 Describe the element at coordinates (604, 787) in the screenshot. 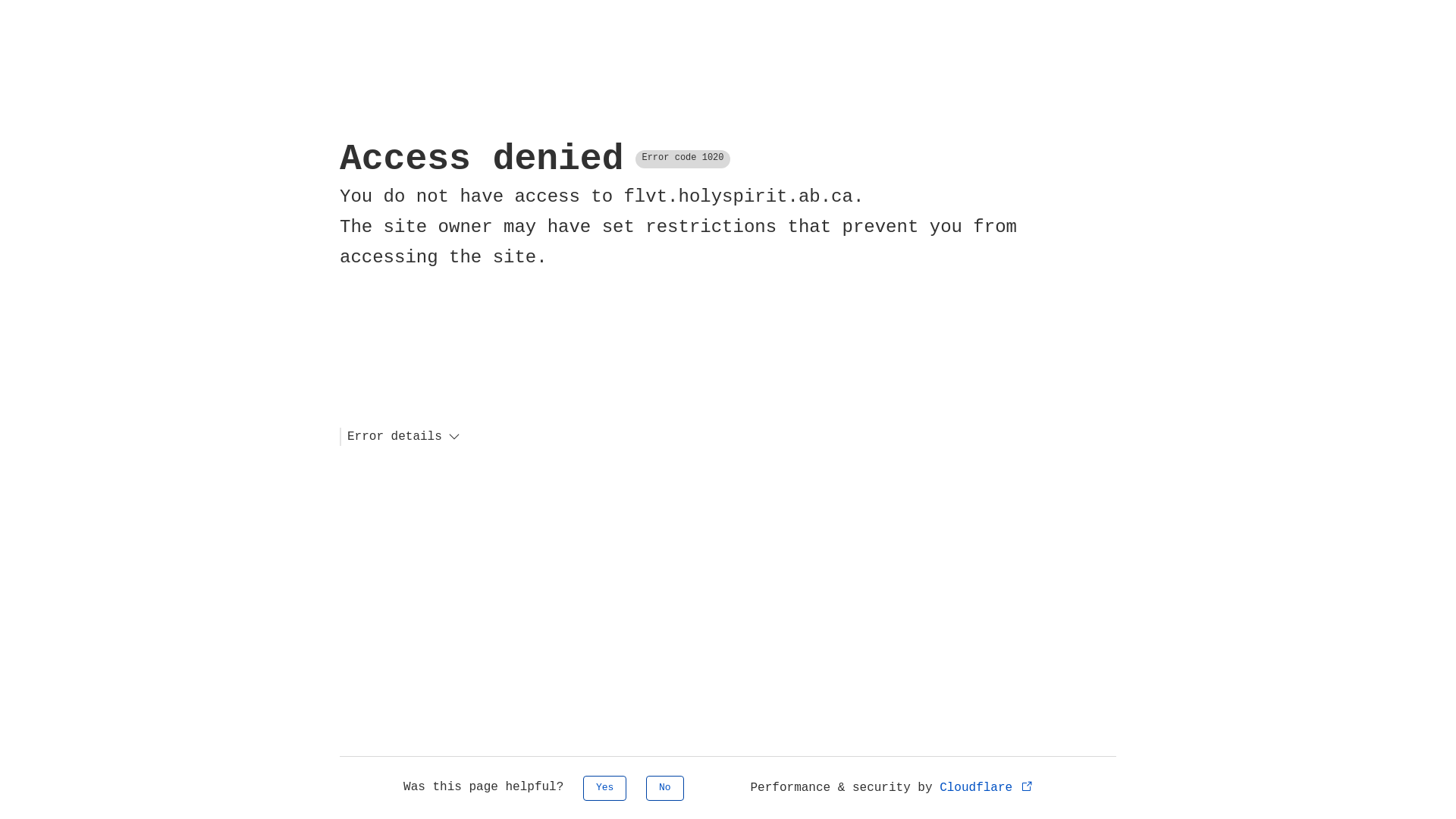

I see `'Yes'` at that location.